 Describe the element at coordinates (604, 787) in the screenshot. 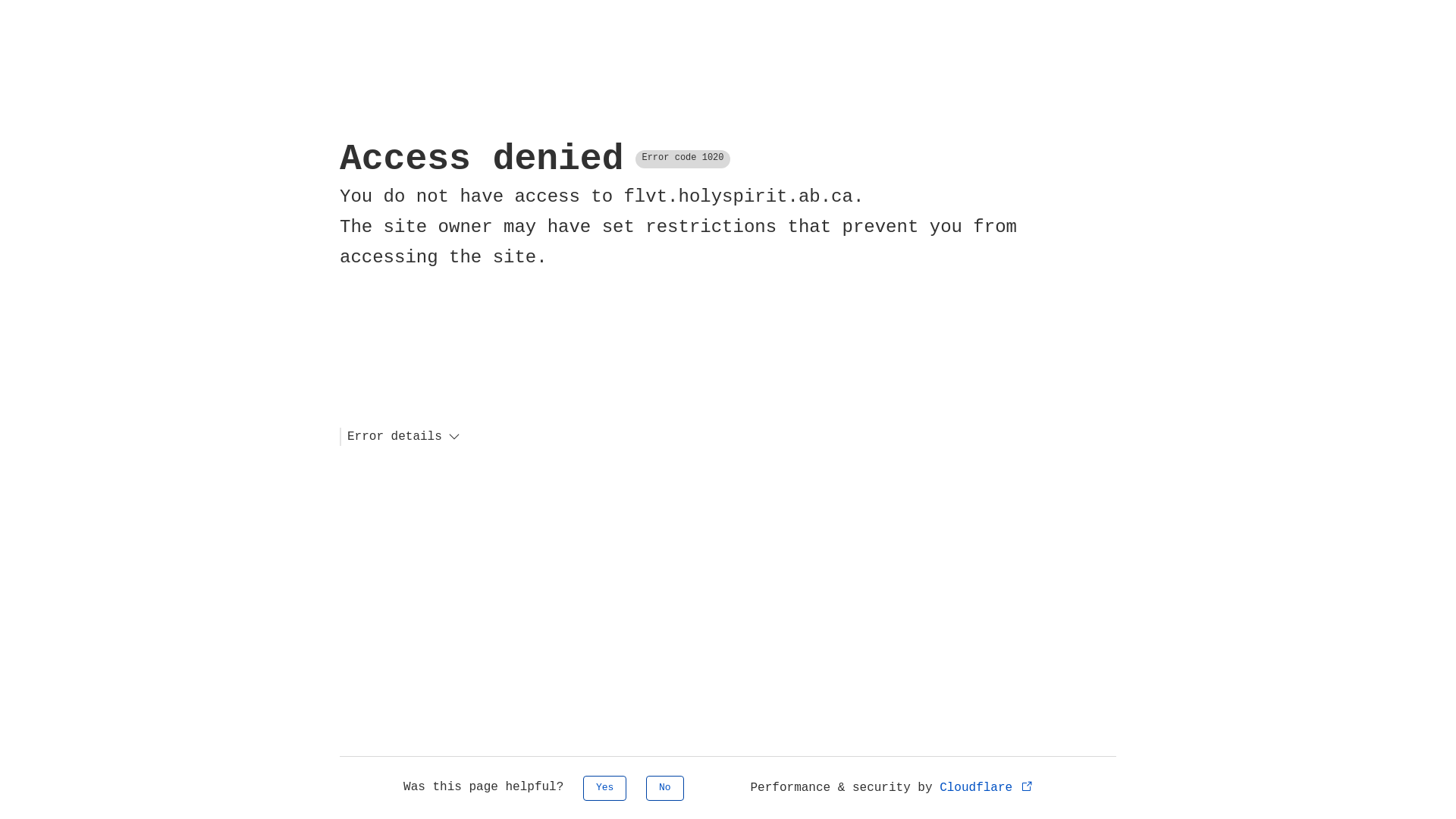

I see `'Yes'` at that location.